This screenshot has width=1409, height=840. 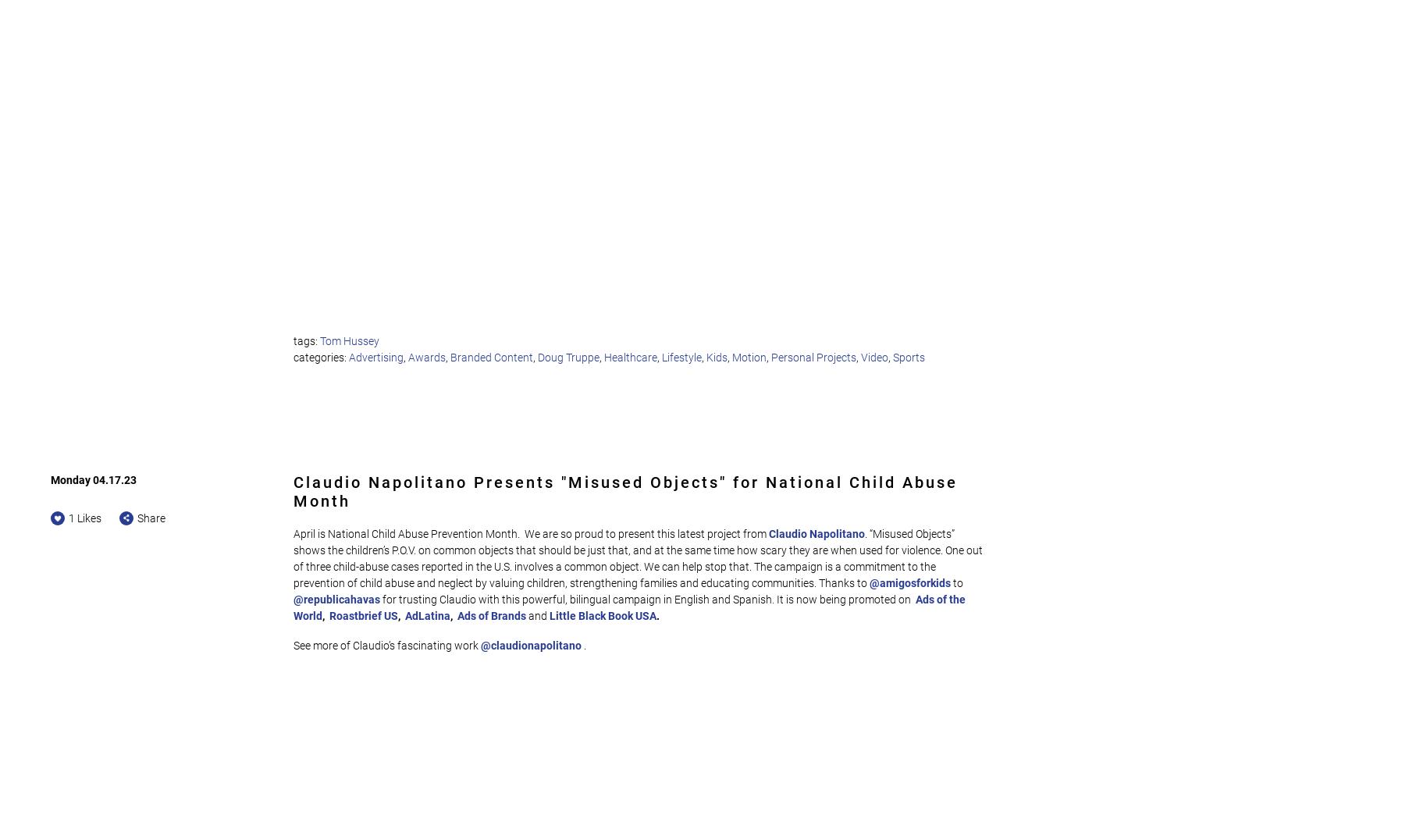 What do you see at coordinates (630, 607) in the screenshot?
I see `'Ads of the World'` at bounding box center [630, 607].